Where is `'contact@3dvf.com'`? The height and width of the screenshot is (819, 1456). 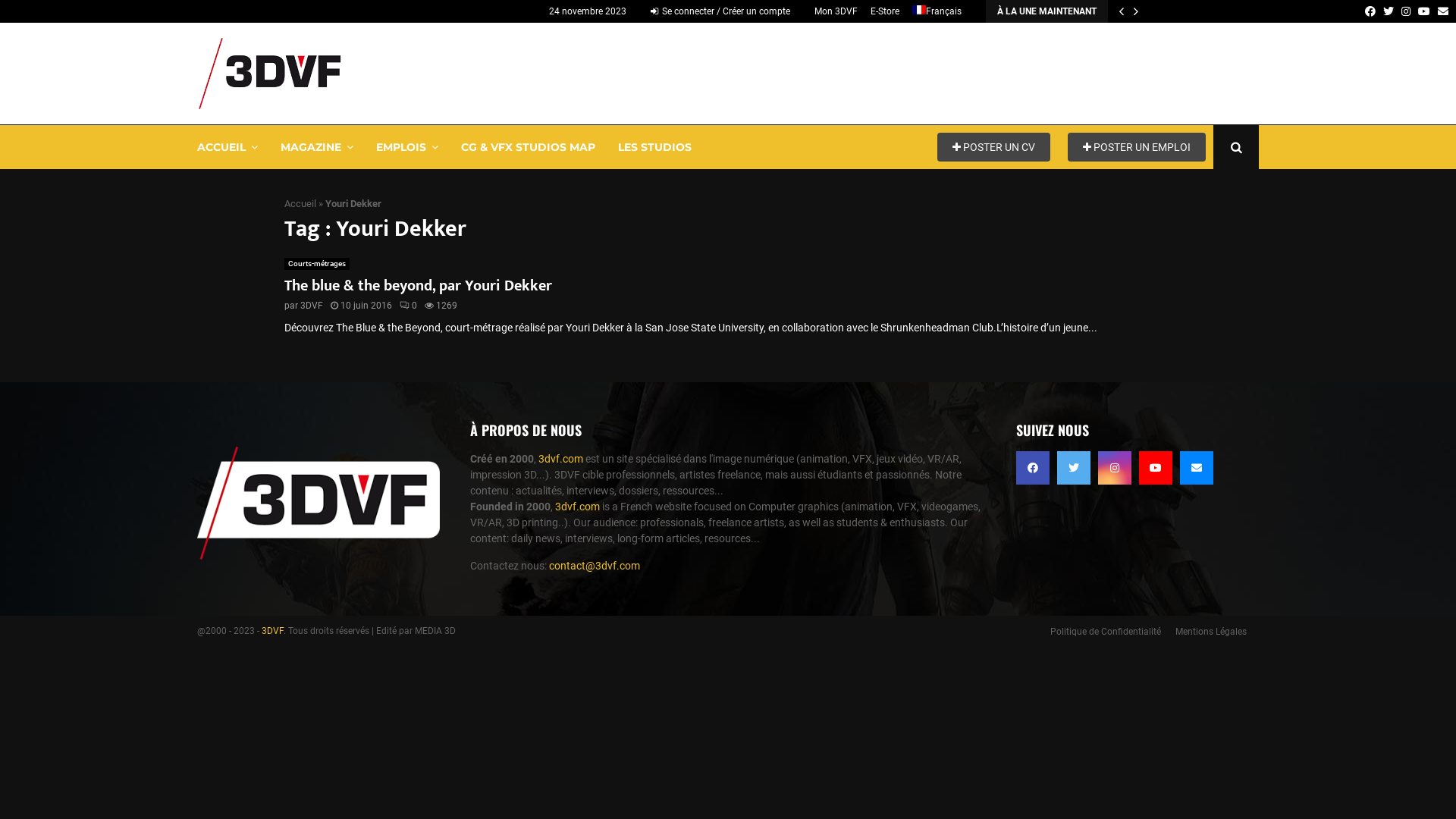 'contact@3dvf.com' is located at coordinates (593, 565).